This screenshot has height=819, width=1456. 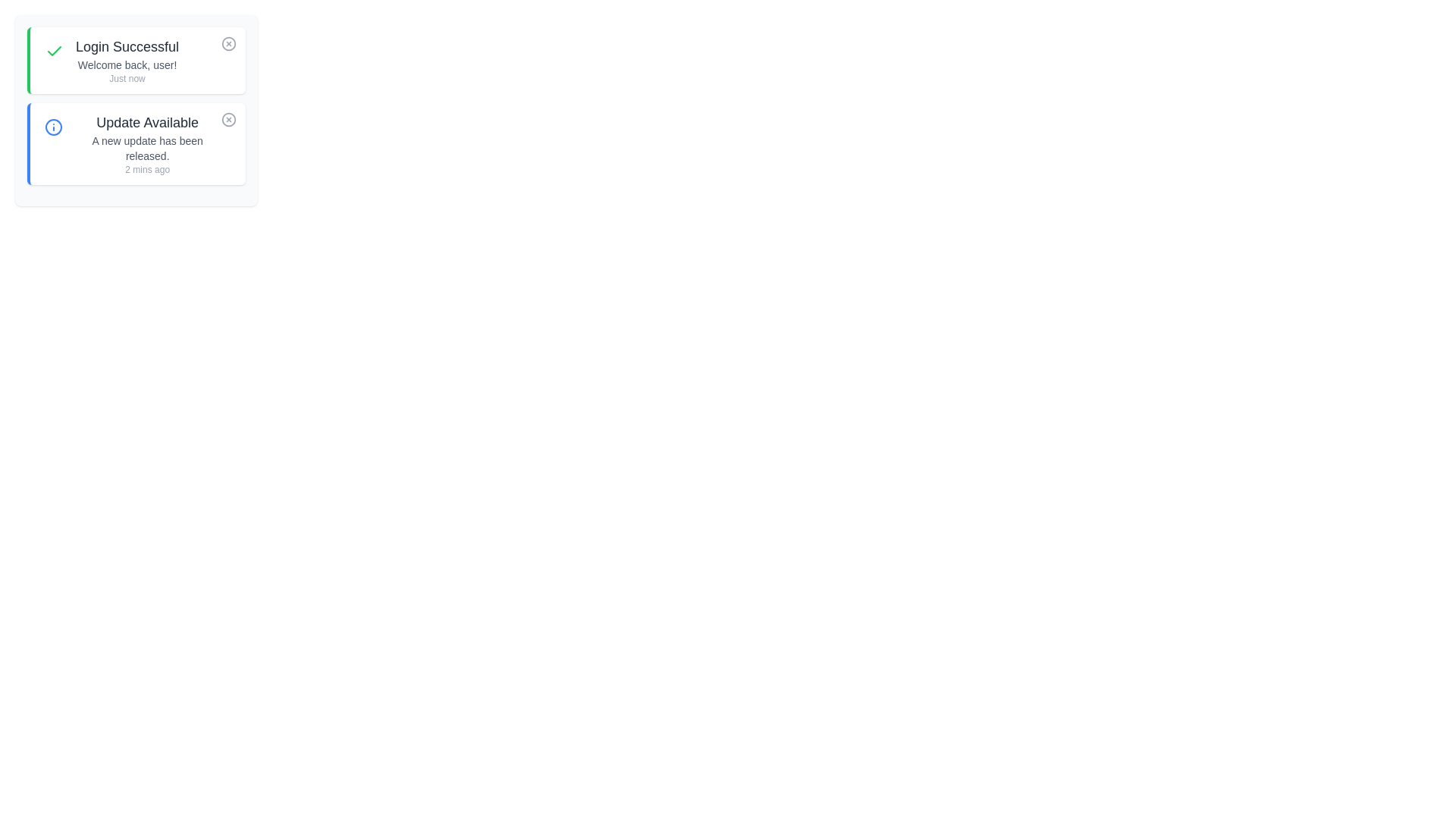 What do you see at coordinates (53, 127) in the screenshot?
I see `the icon in the top-left corner of the 'Update Available' notification box` at bounding box center [53, 127].